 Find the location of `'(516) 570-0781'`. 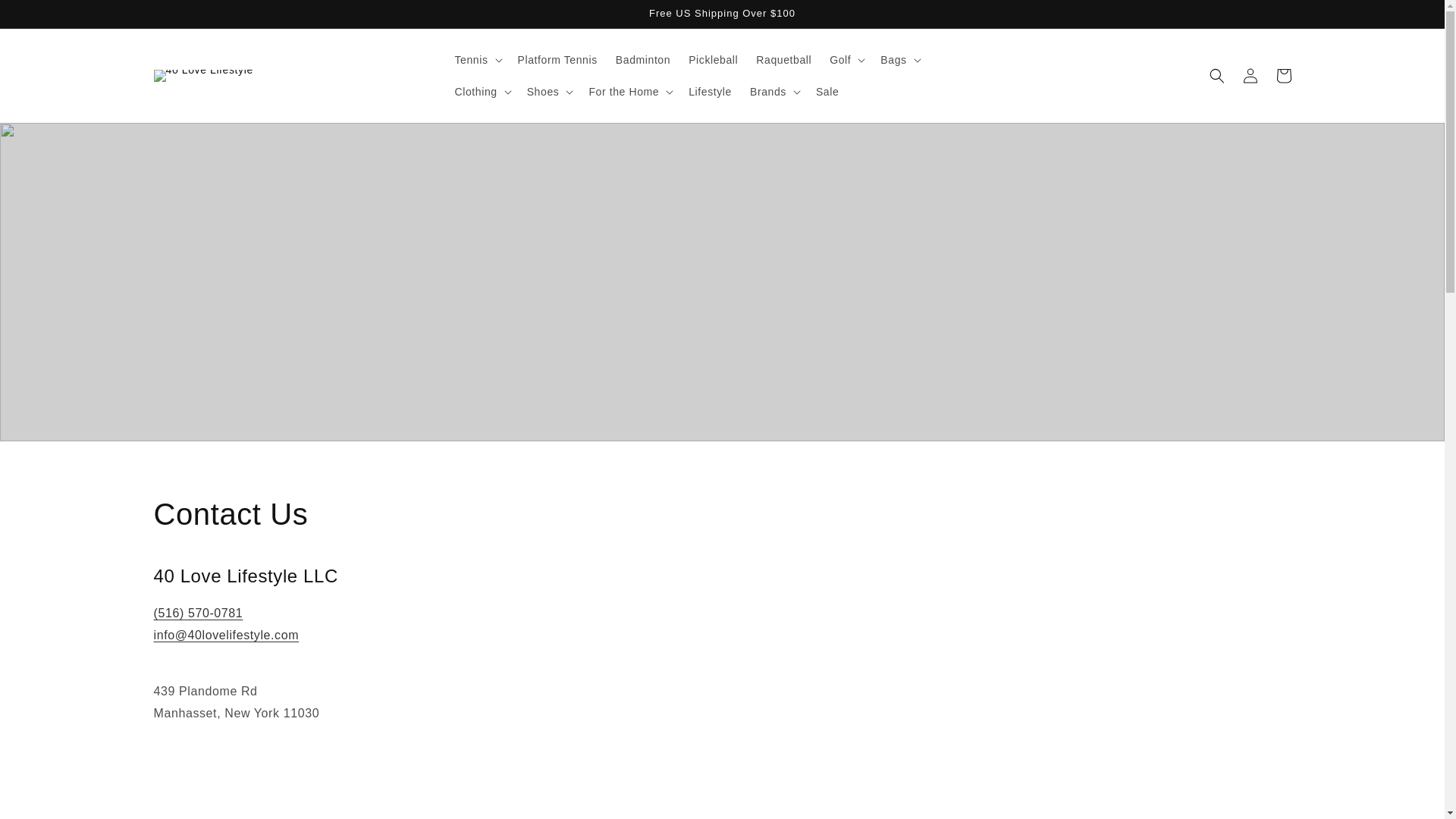

'(516) 570-0781' is located at coordinates (196, 612).